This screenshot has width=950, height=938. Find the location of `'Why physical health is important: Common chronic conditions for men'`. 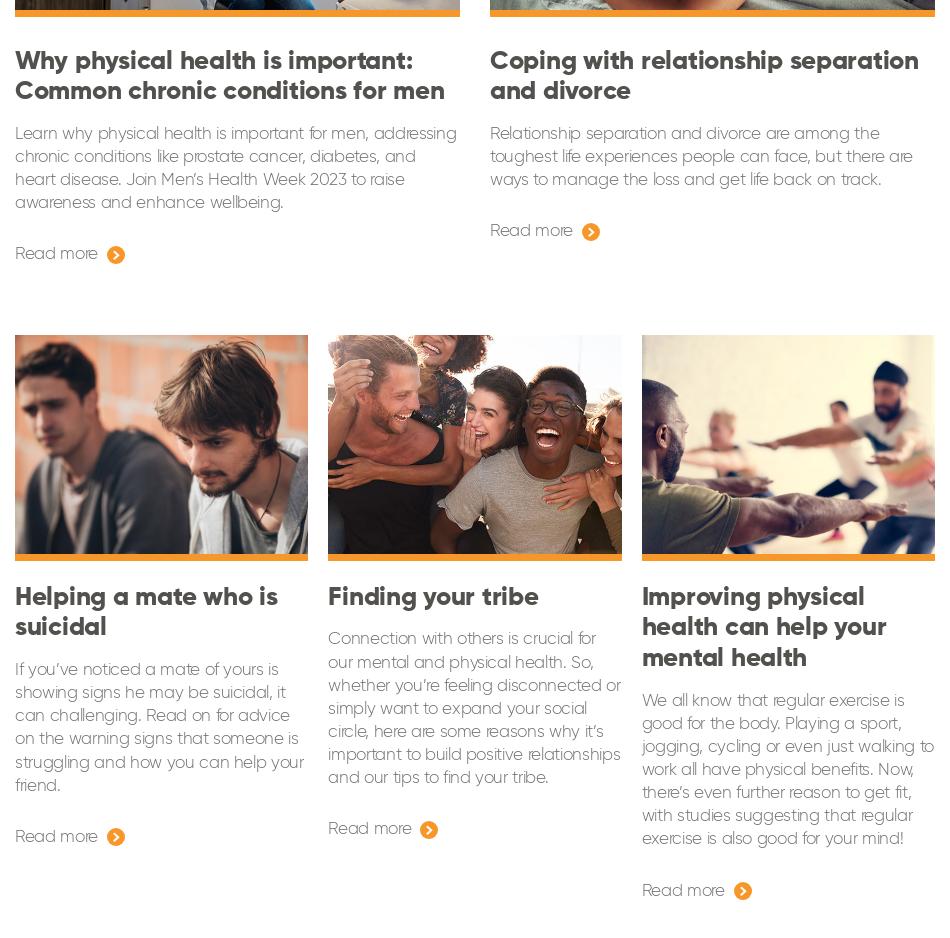

'Why physical health is important: Common chronic conditions for men' is located at coordinates (229, 76).